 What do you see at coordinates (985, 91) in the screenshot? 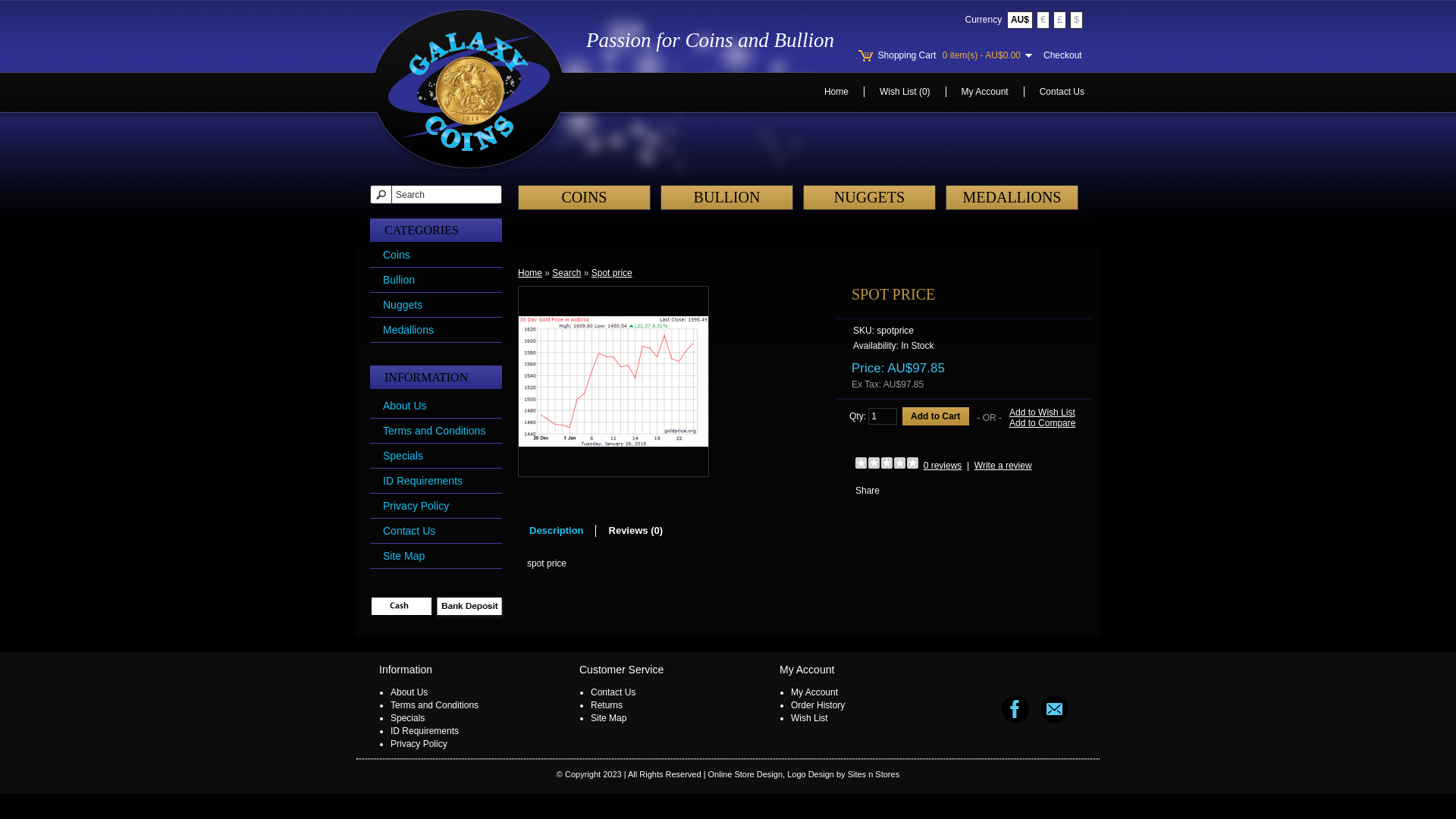
I see `'My Account'` at bounding box center [985, 91].